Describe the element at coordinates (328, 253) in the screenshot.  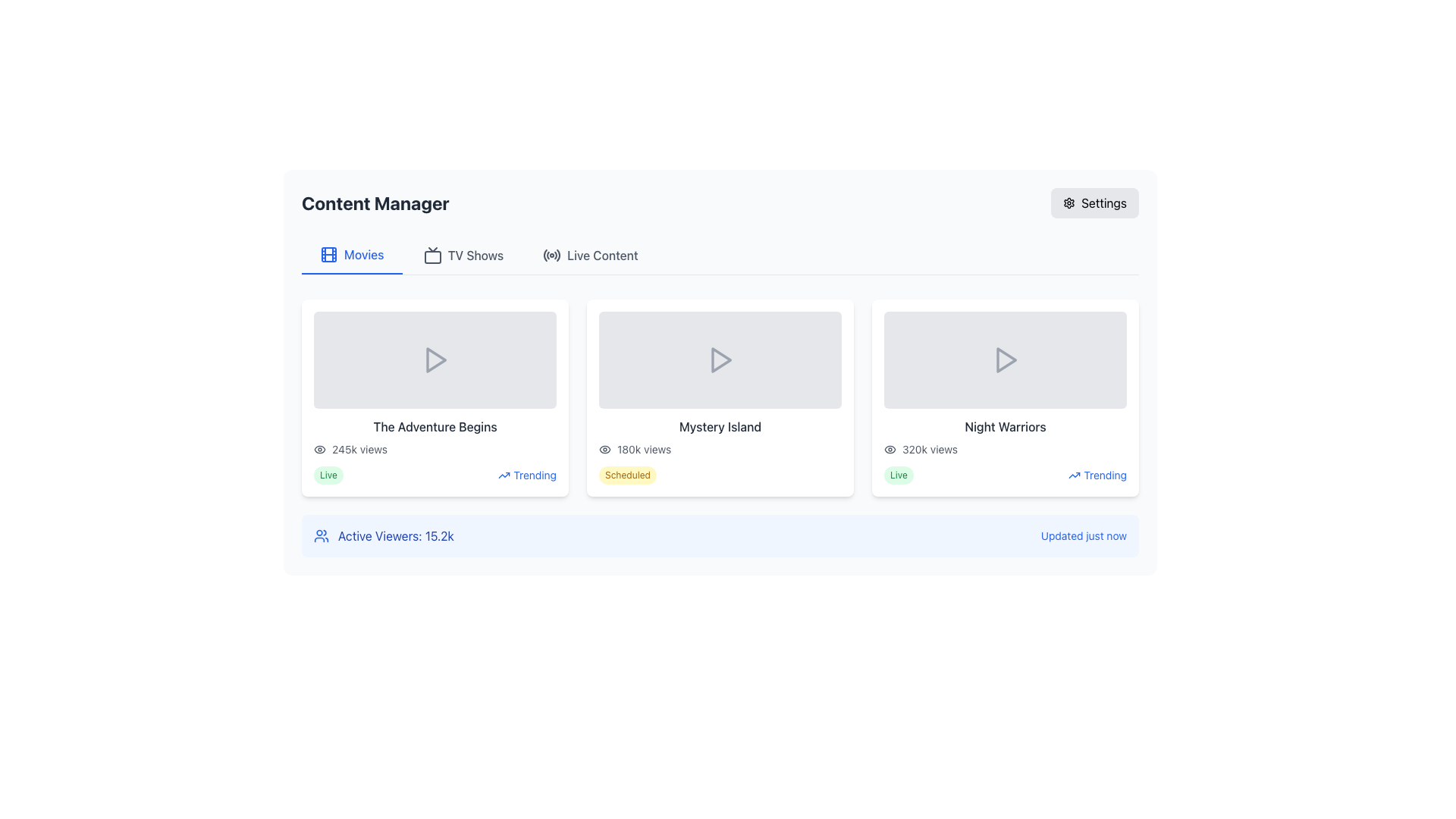
I see `the 'Movies' tab button, which contains an SVG icon indicating movie-related content, located in the top-left section of the interface` at that location.